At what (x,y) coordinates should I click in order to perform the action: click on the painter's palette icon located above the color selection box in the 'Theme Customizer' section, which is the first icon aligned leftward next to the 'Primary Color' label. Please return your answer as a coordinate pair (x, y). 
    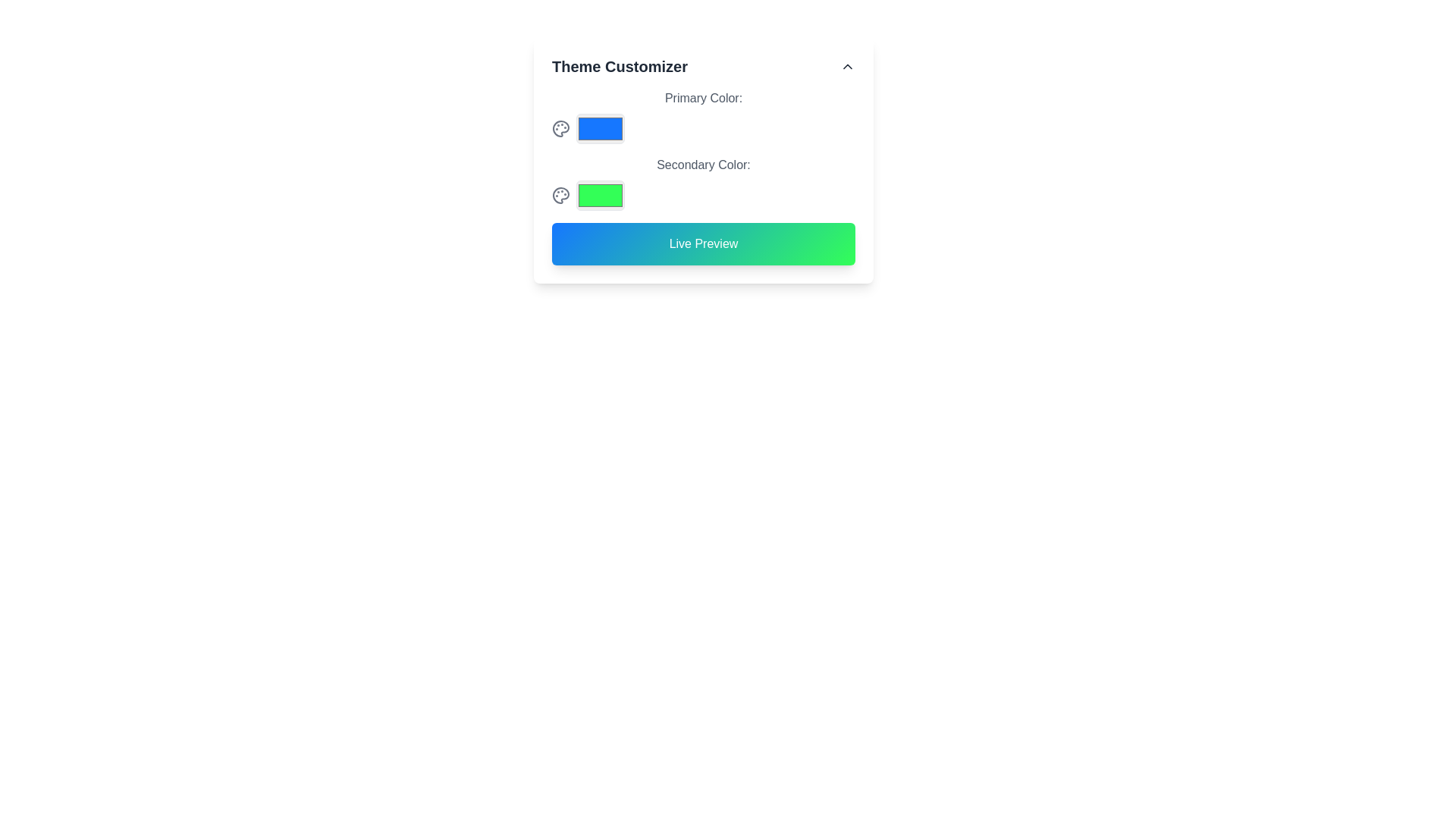
    Looking at the image, I should click on (560, 127).